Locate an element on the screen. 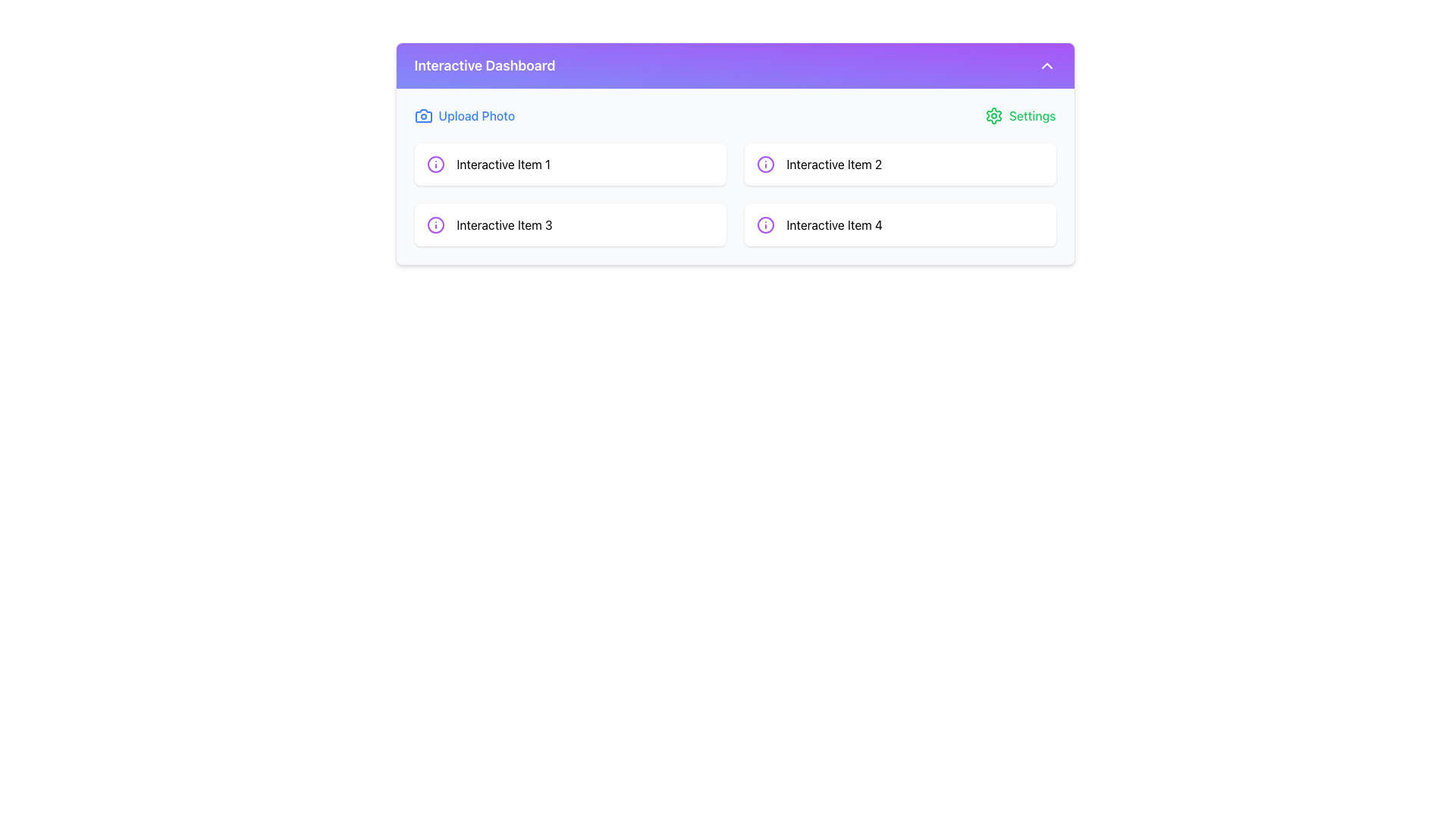 This screenshot has height=819, width=1456. the circular icon with a purple outline and a purple dot inside, located within the 'Interactive Item 2' card, to the left of the title text is located at coordinates (765, 164).